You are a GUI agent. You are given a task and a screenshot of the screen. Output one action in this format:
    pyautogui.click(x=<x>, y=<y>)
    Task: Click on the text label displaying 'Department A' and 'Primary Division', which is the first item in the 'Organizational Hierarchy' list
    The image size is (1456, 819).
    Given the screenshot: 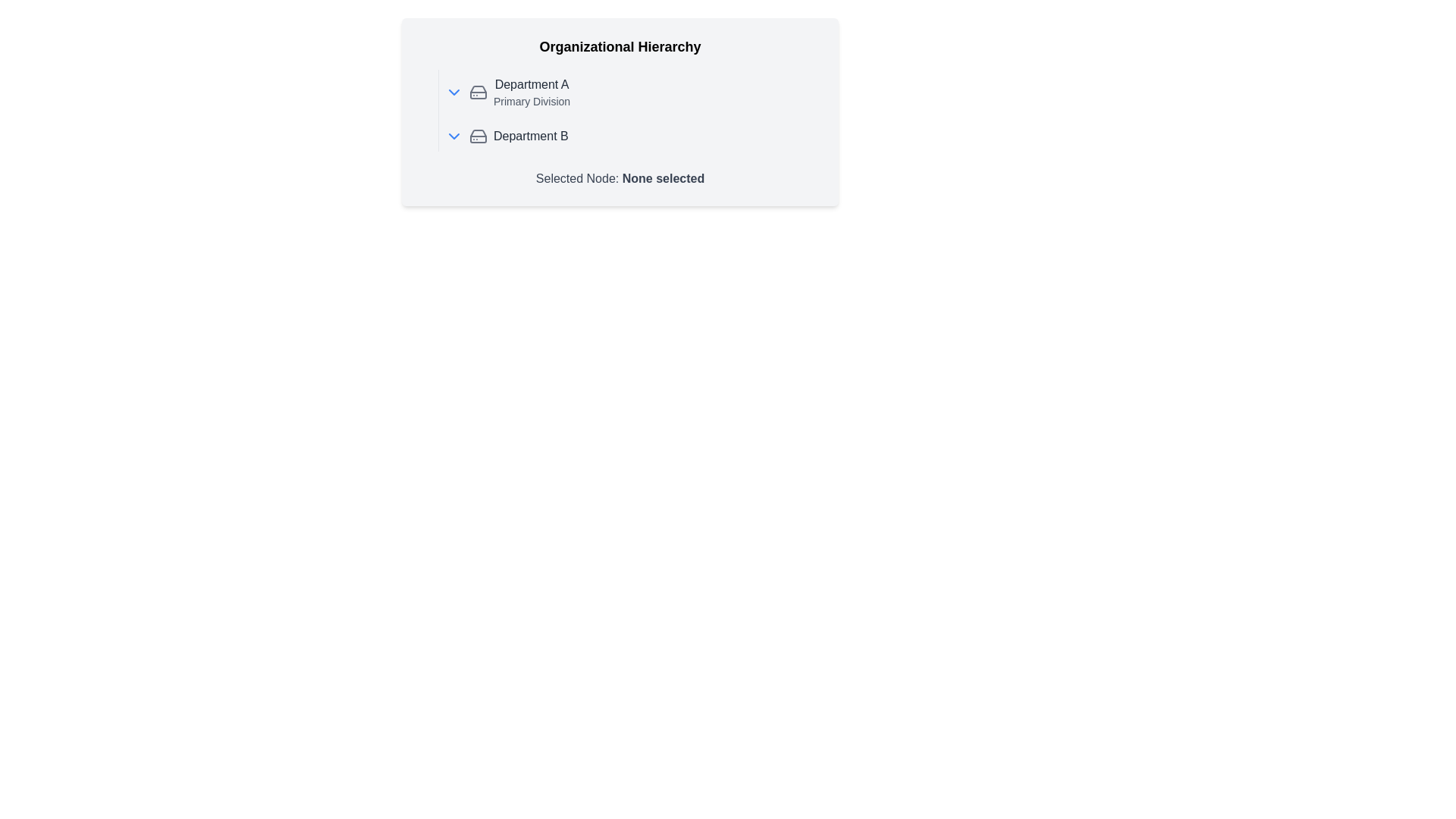 What is the action you would take?
    pyautogui.click(x=532, y=93)
    